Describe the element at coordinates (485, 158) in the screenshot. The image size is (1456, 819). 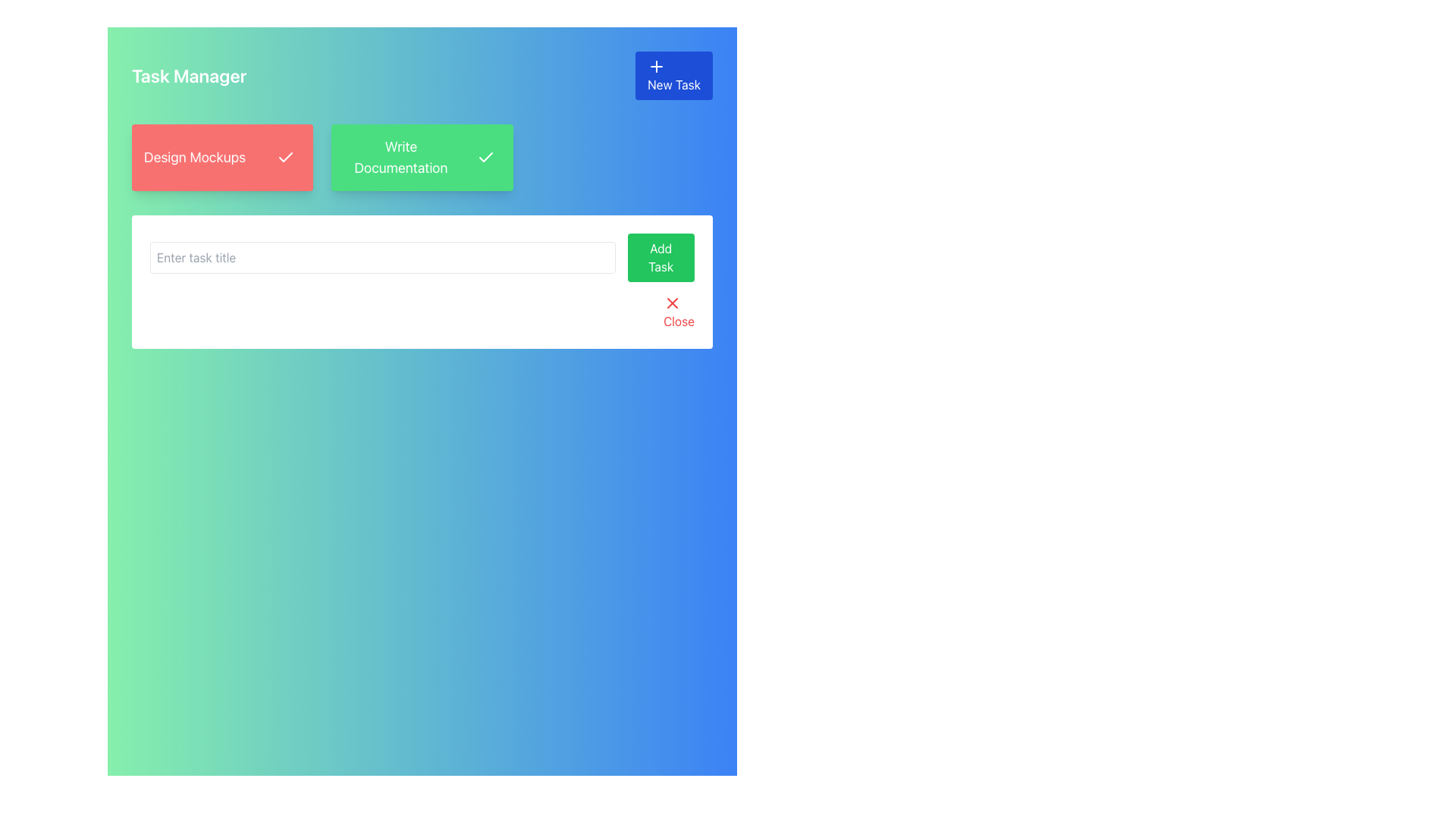
I see `the small checkmark icon within the green 'Write Documentation' button` at that location.